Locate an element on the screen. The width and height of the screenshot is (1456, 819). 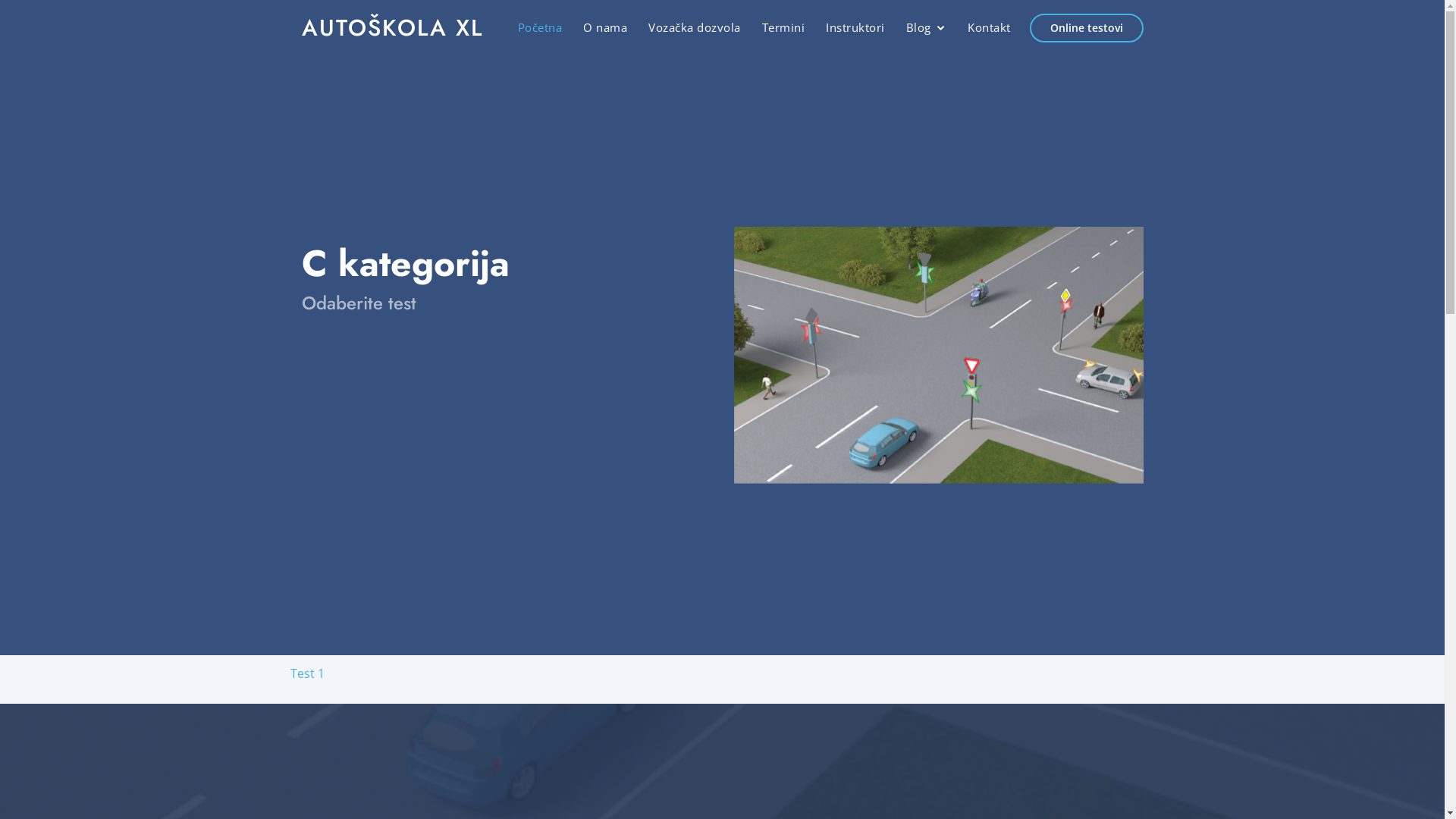
'Termini' is located at coordinates (761, 27).